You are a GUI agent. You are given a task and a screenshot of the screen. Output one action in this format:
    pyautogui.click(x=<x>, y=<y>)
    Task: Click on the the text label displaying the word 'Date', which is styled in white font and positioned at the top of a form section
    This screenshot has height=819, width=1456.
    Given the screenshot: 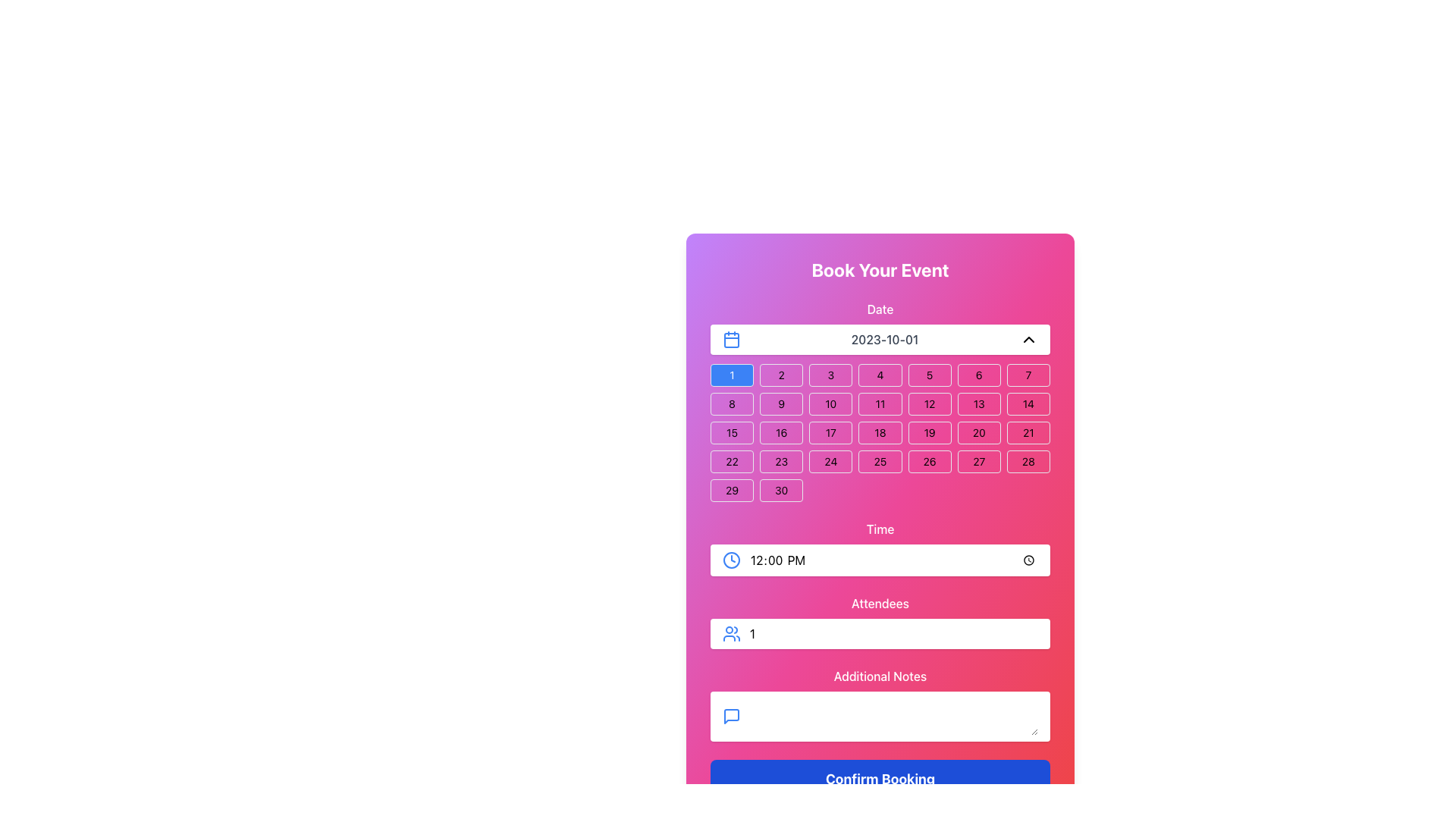 What is the action you would take?
    pyautogui.click(x=880, y=309)
    